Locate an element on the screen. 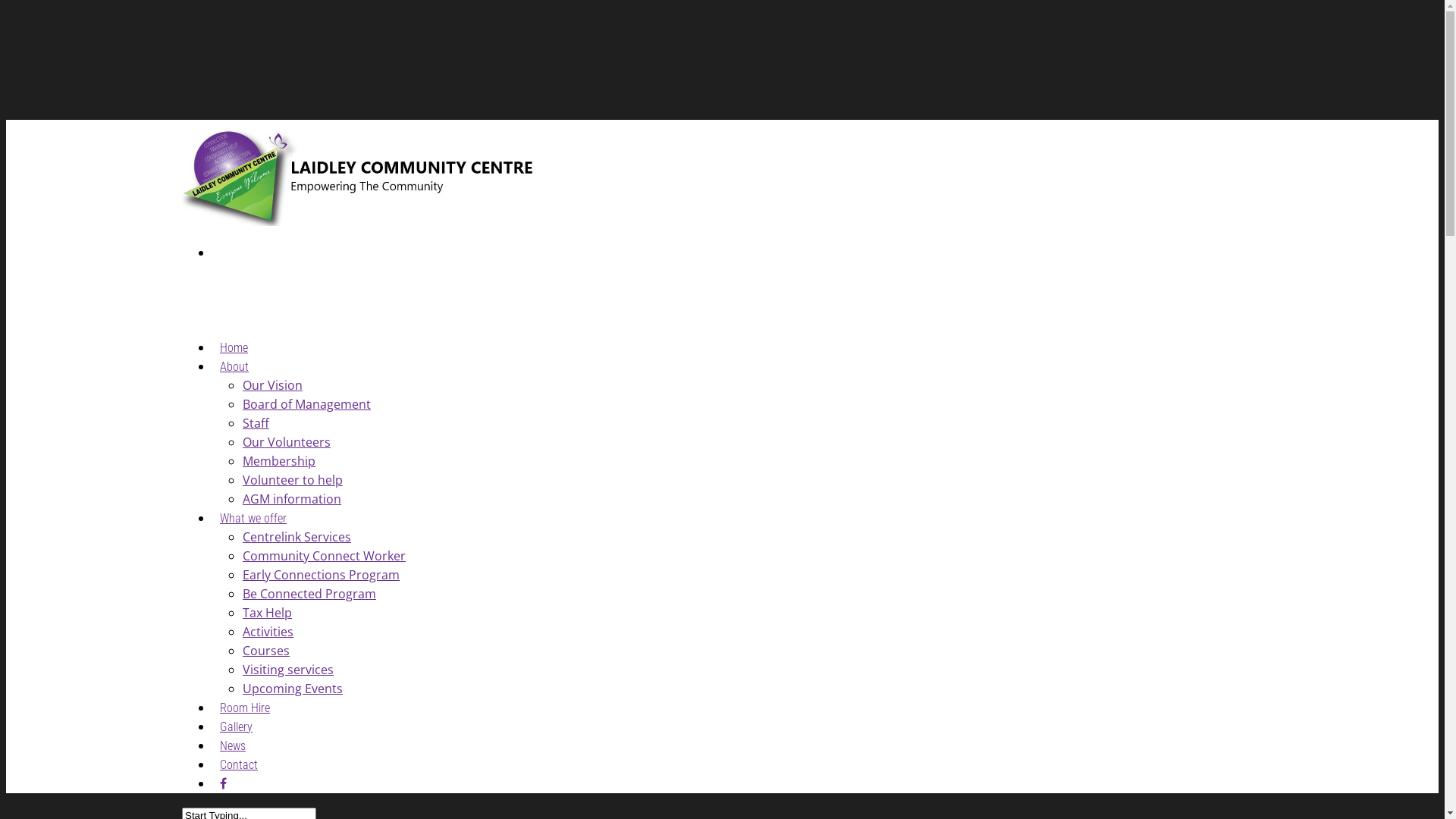 The height and width of the screenshot is (819, 1456). 'News' is located at coordinates (211, 748).